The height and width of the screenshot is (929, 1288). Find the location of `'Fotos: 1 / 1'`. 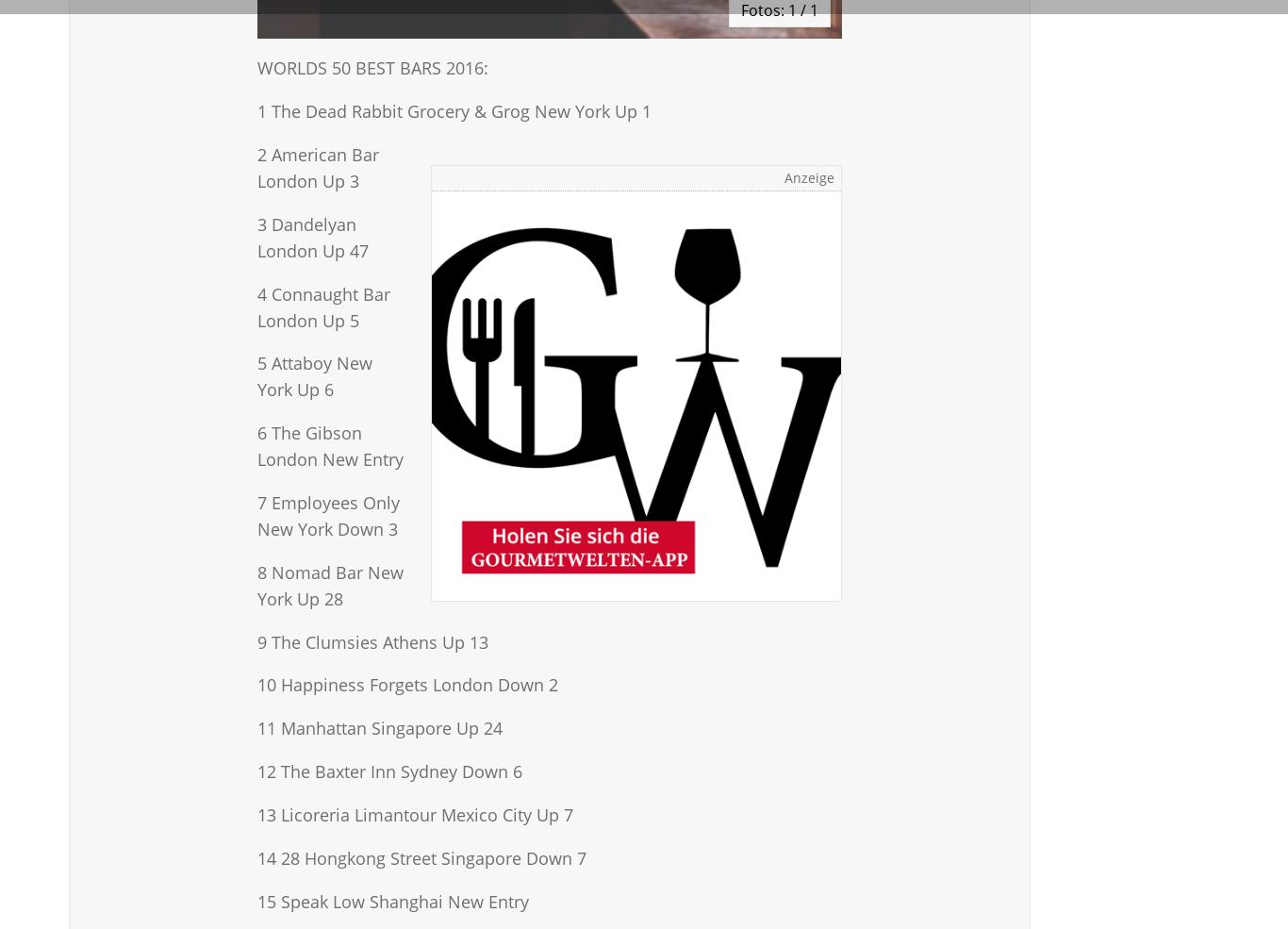

'Fotos: 1 / 1' is located at coordinates (740, 9).